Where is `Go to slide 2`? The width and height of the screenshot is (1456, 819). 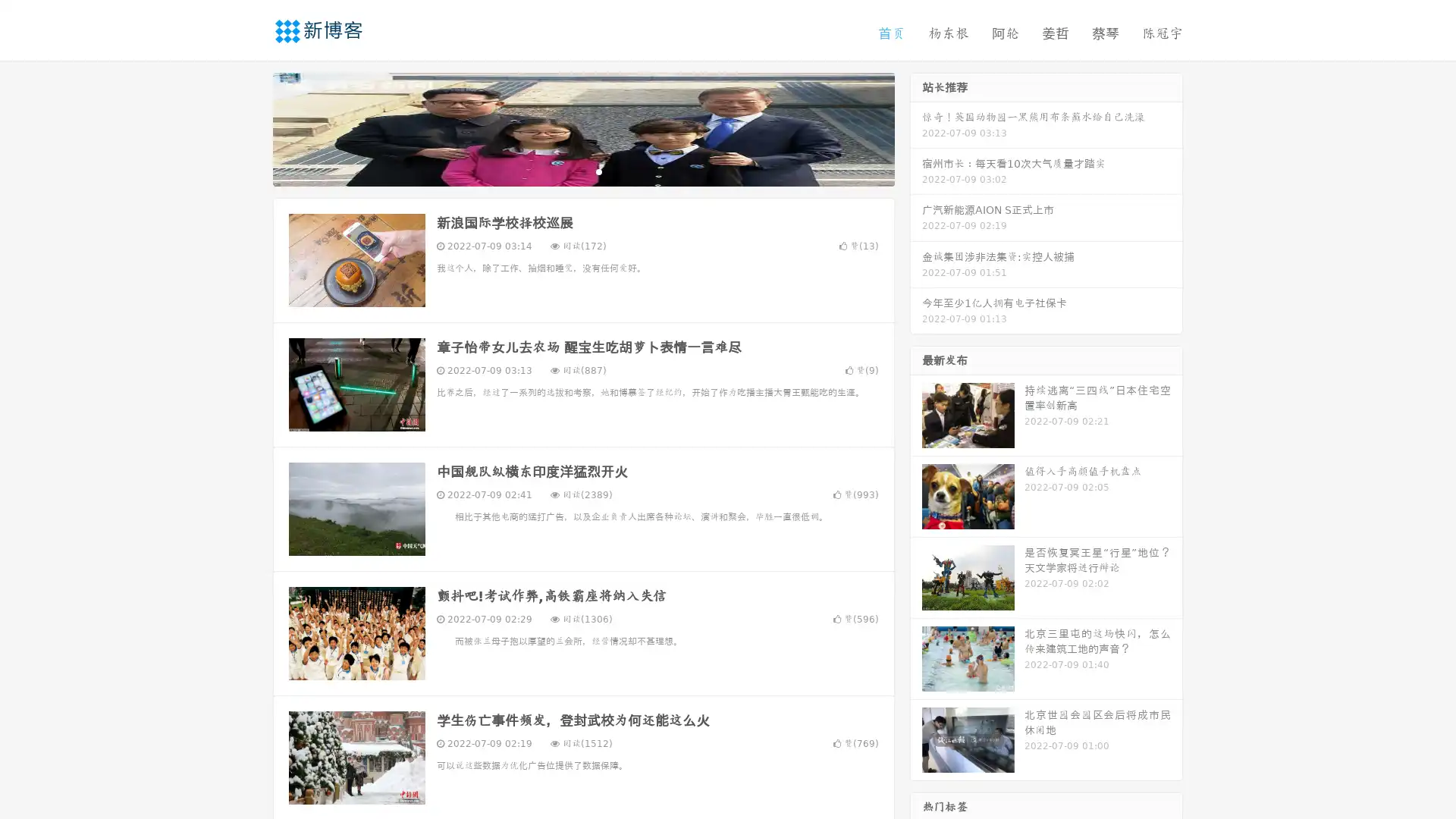
Go to slide 2 is located at coordinates (582, 171).